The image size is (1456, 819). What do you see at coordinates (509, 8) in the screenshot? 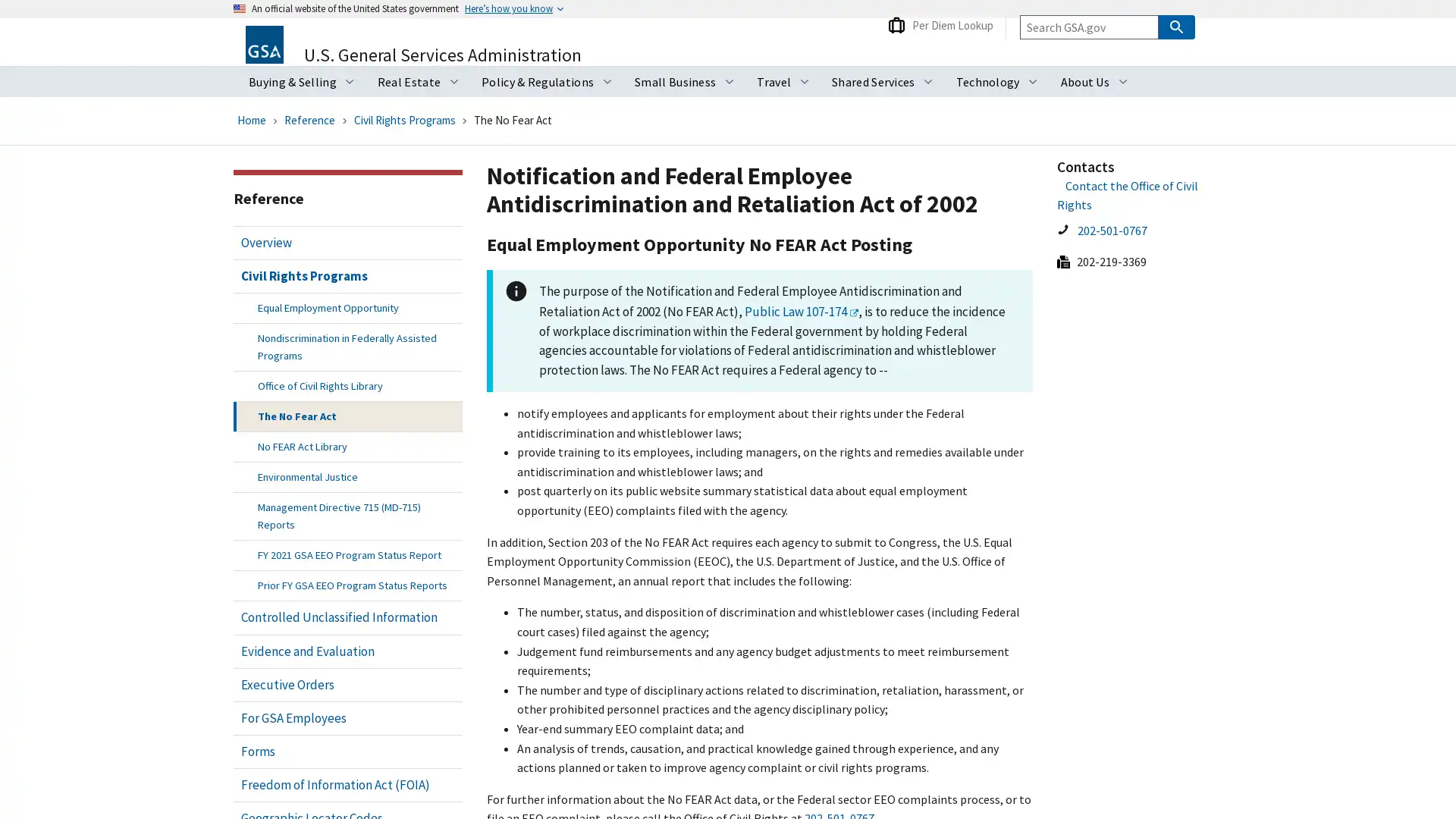
I see `Heres how you know` at bounding box center [509, 8].